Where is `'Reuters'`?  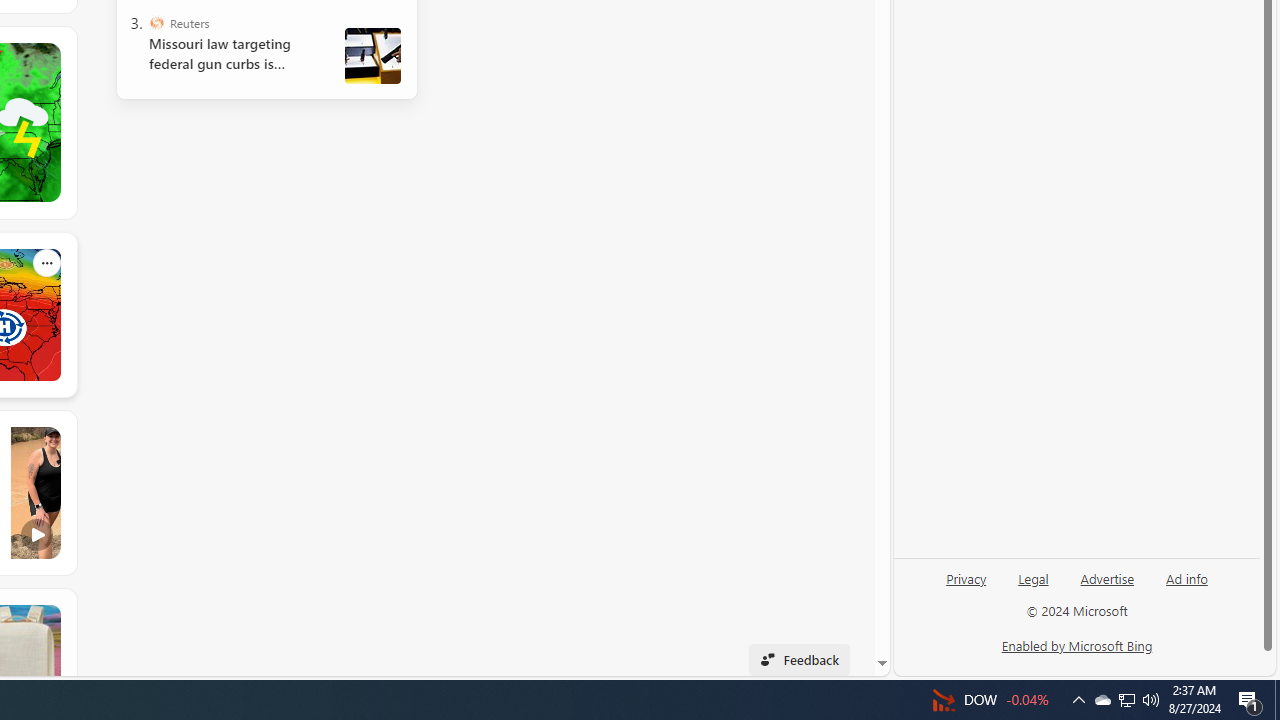
'Reuters' is located at coordinates (155, 23).